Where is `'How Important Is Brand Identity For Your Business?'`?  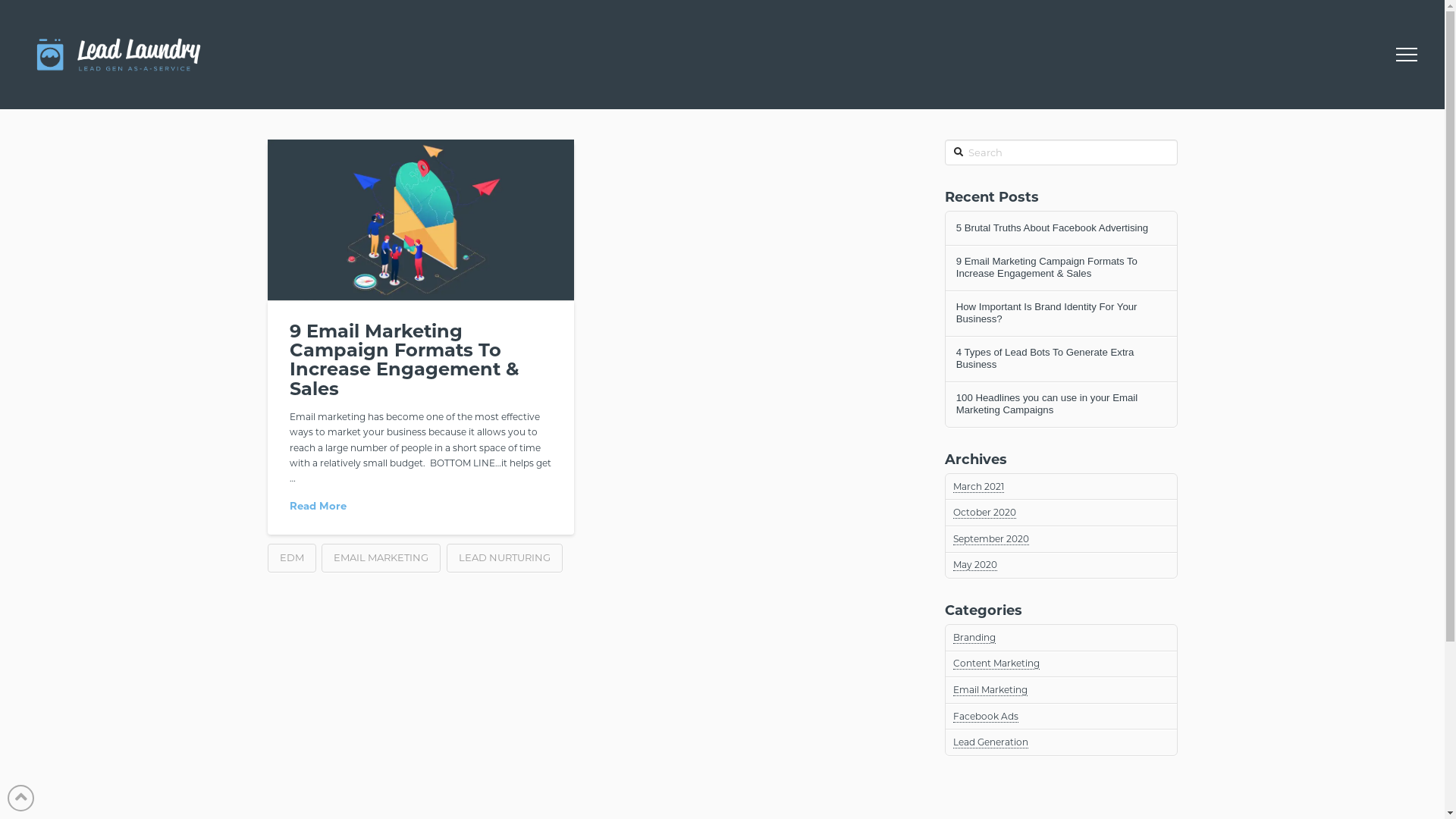
'How Important Is Brand Identity For Your Business?' is located at coordinates (1060, 312).